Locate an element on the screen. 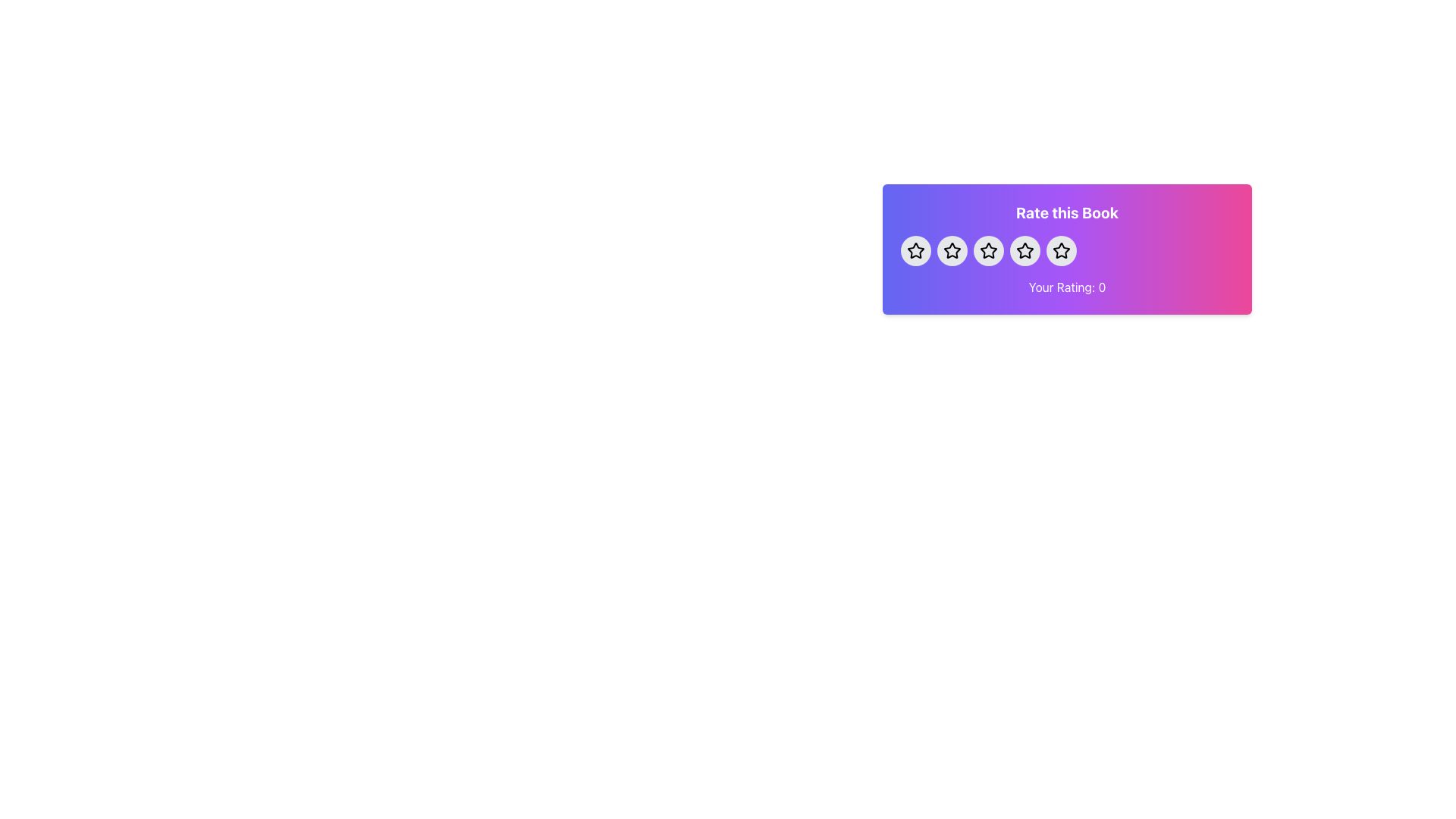 This screenshot has height=819, width=1456. the first star icon within the gray circular button, which is outlined in black and located on the left side of a group of five similar star icons is located at coordinates (915, 250).